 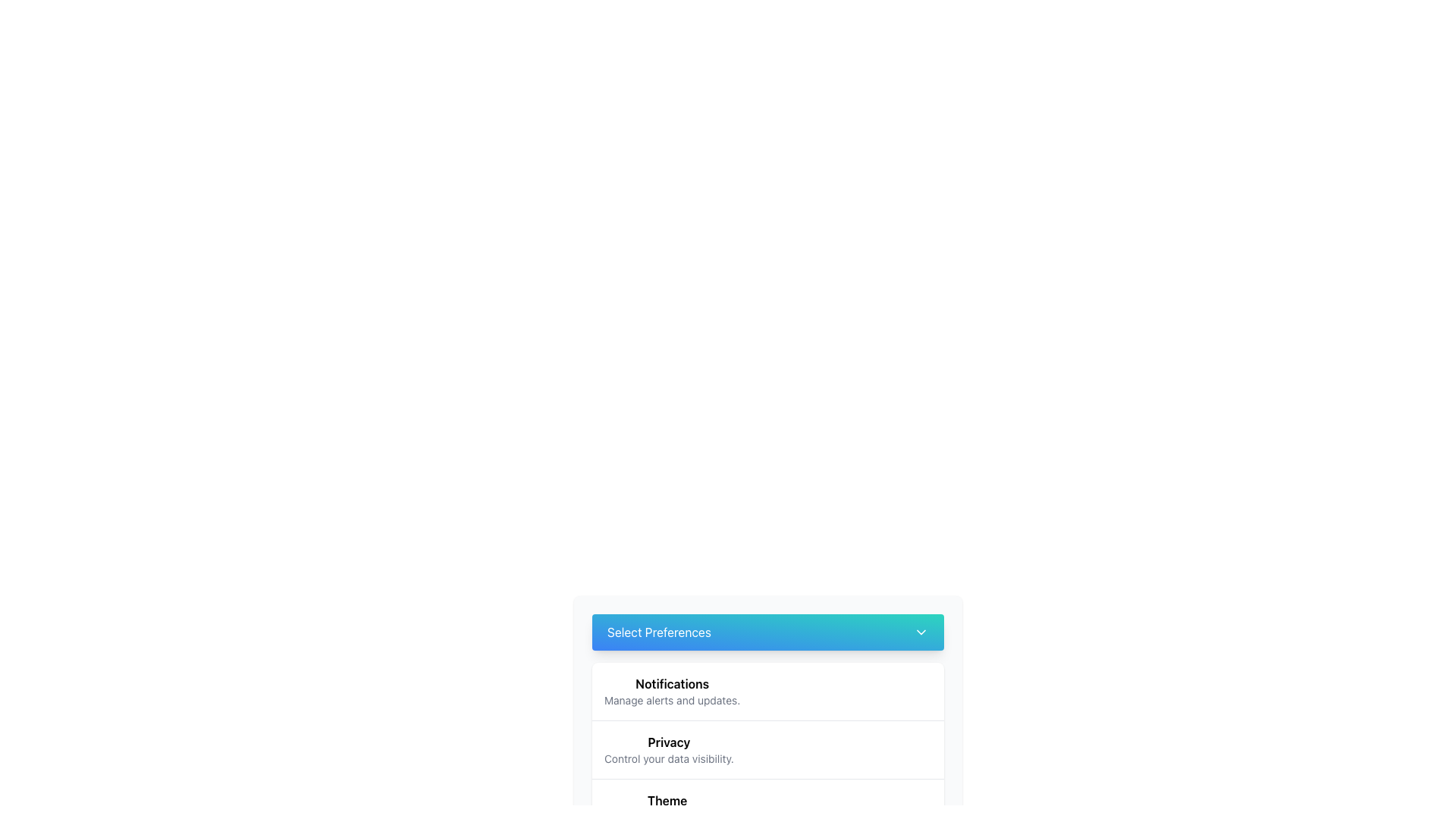 What do you see at coordinates (767, 632) in the screenshot?
I see `the Dropdown Button labeled 'Select Preferences' with a gradient background transitioning from blue to teal, located at the top of the preference options card` at bounding box center [767, 632].